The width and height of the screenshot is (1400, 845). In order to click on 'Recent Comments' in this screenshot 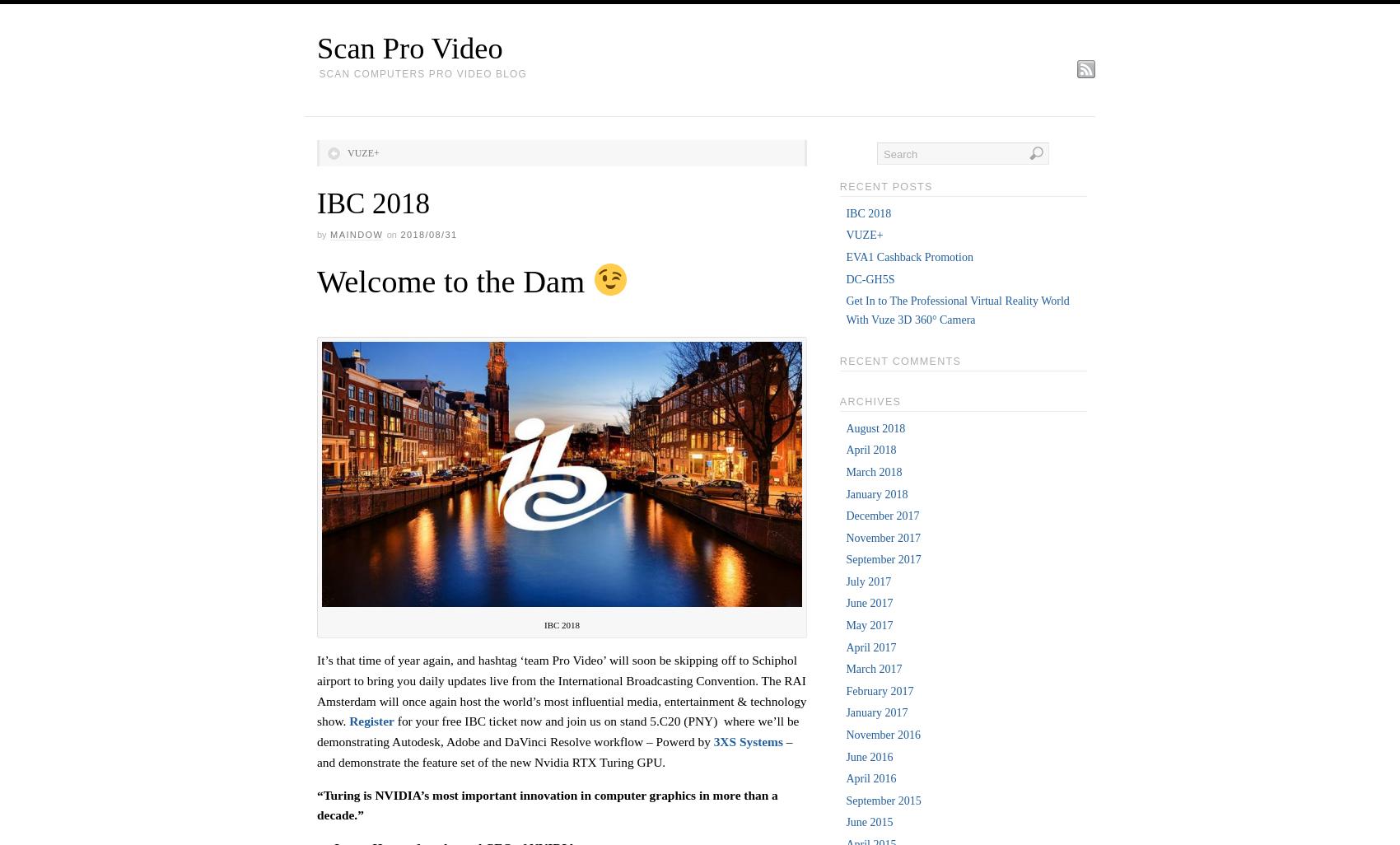, I will do `click(838, 360)`.